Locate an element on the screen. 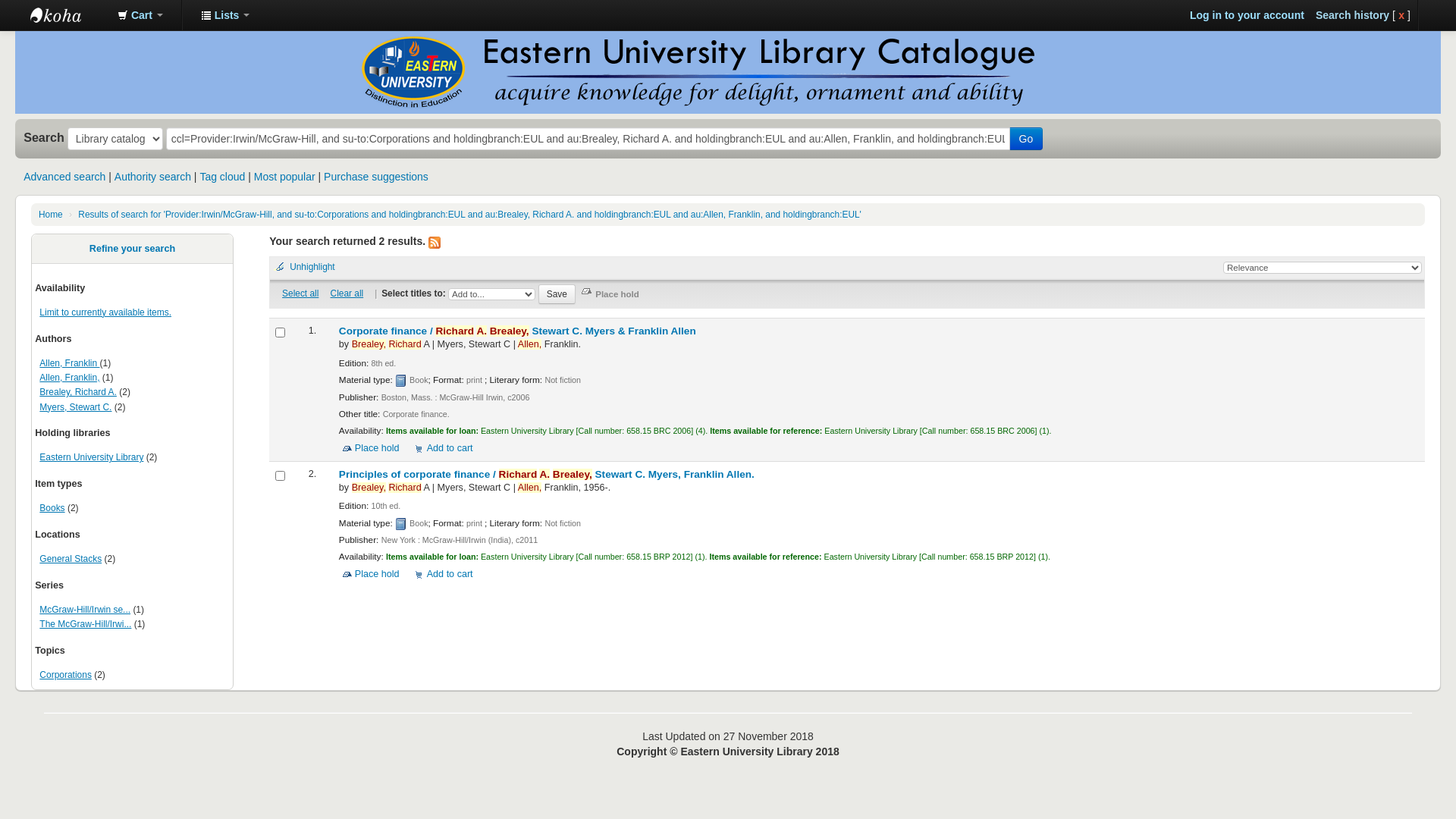  'Unhighlight' is located at coordinates (307, 265).